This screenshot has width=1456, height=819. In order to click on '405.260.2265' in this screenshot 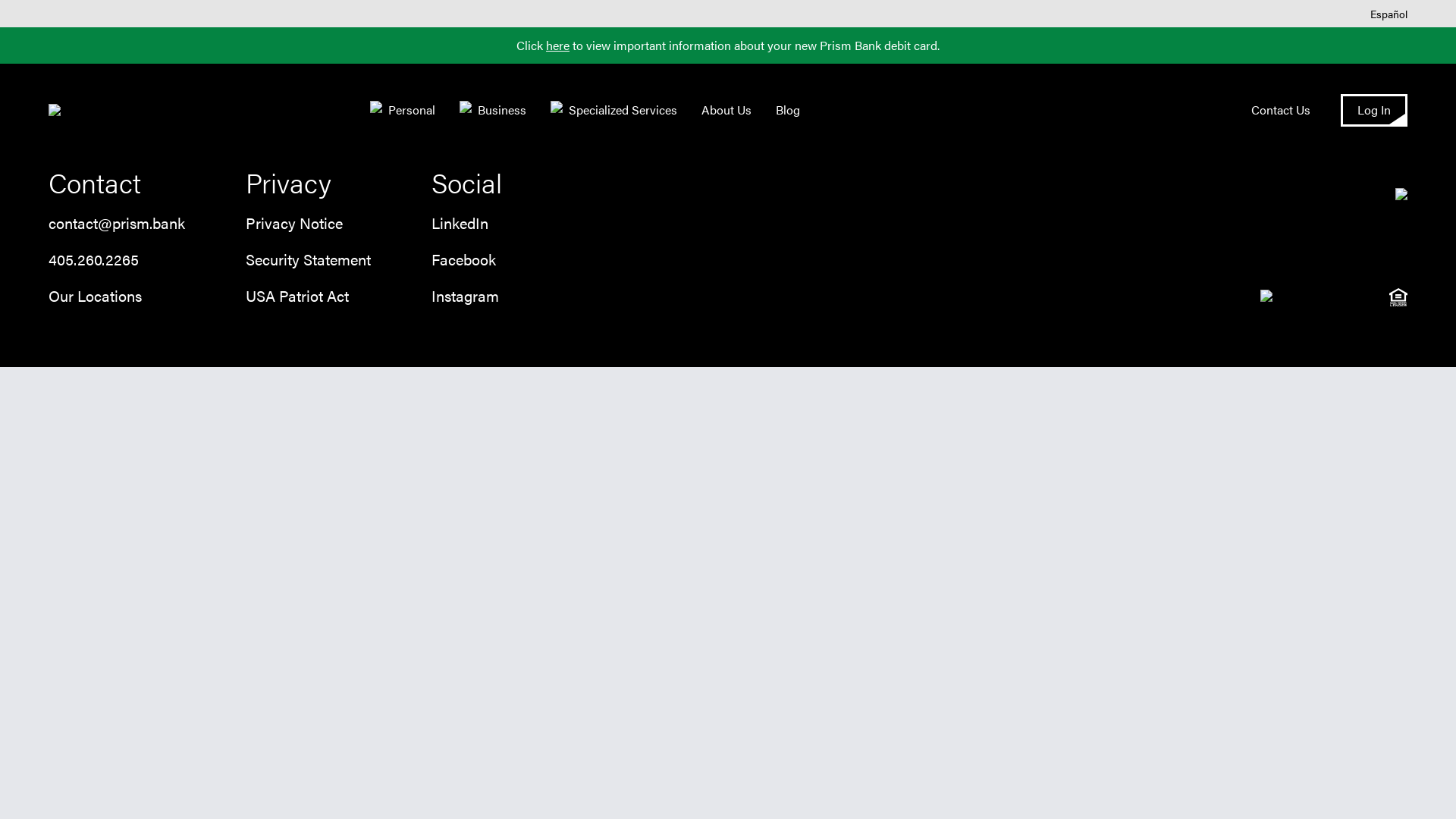, I will do `click(93, 258)`.